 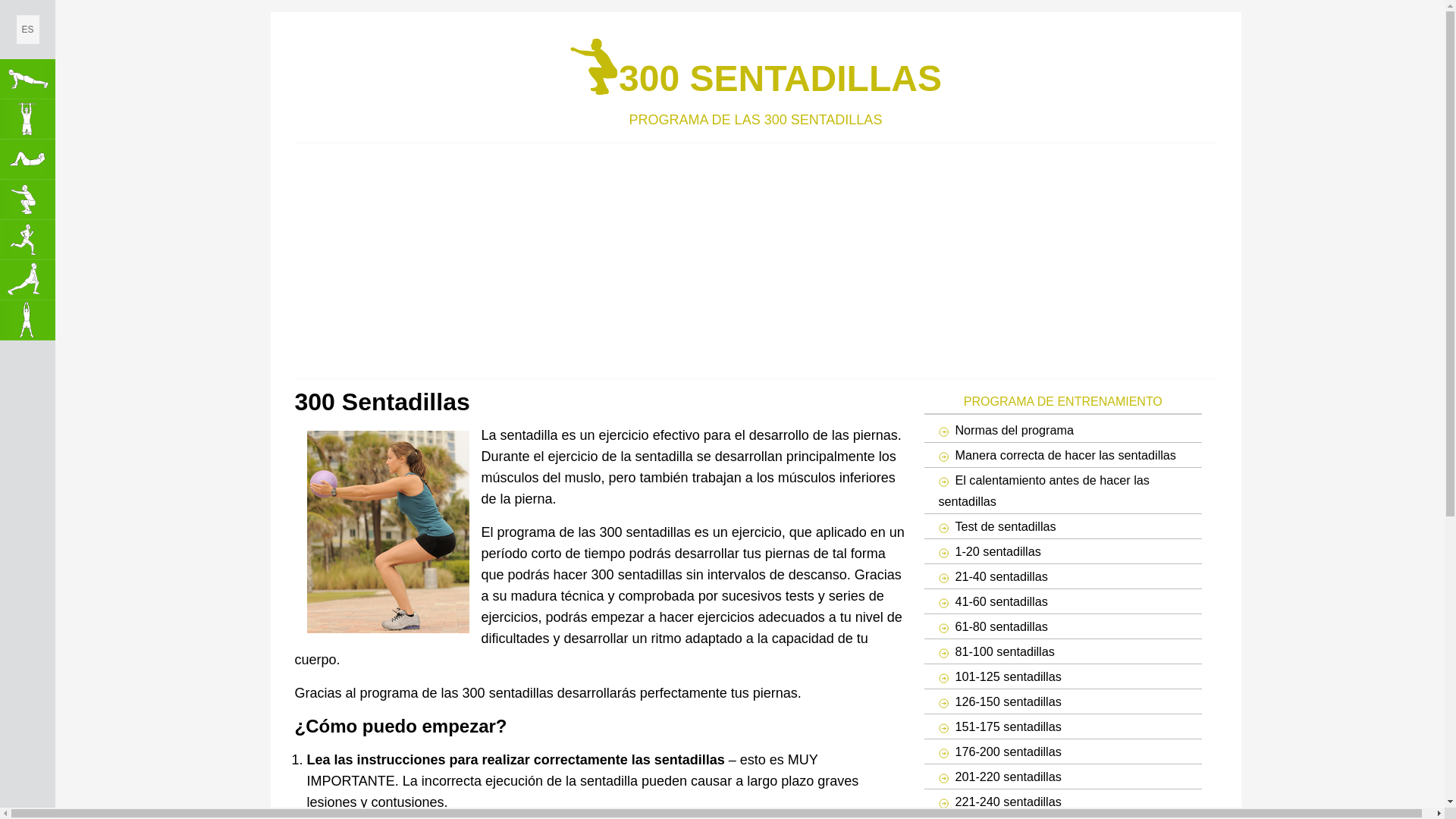 What do you see at coordinates (27, 79) in the screenshot?
I see `'100 Flexiones de Brazos'` at bounding box center [27, 79].